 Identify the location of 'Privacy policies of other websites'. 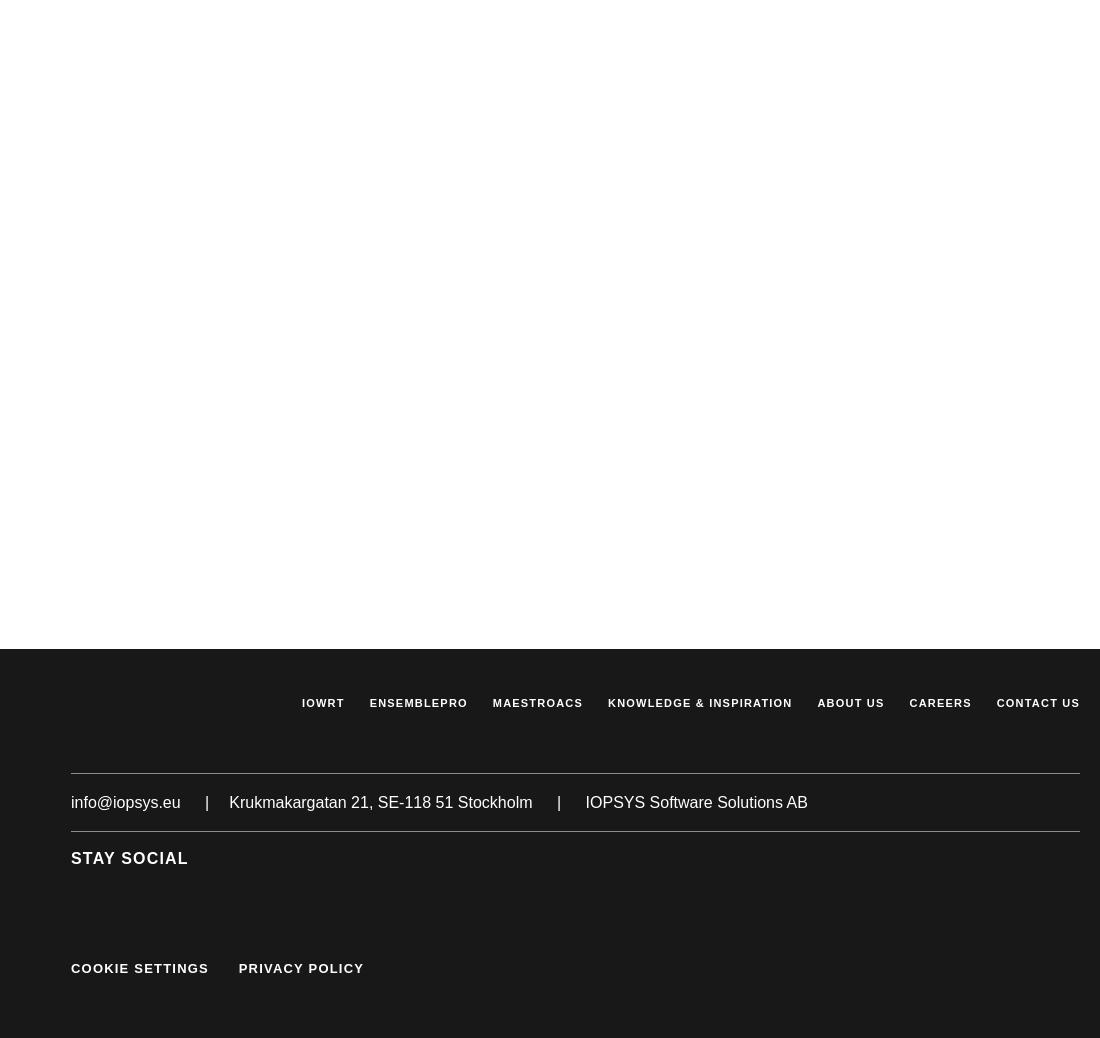
(297, 21).